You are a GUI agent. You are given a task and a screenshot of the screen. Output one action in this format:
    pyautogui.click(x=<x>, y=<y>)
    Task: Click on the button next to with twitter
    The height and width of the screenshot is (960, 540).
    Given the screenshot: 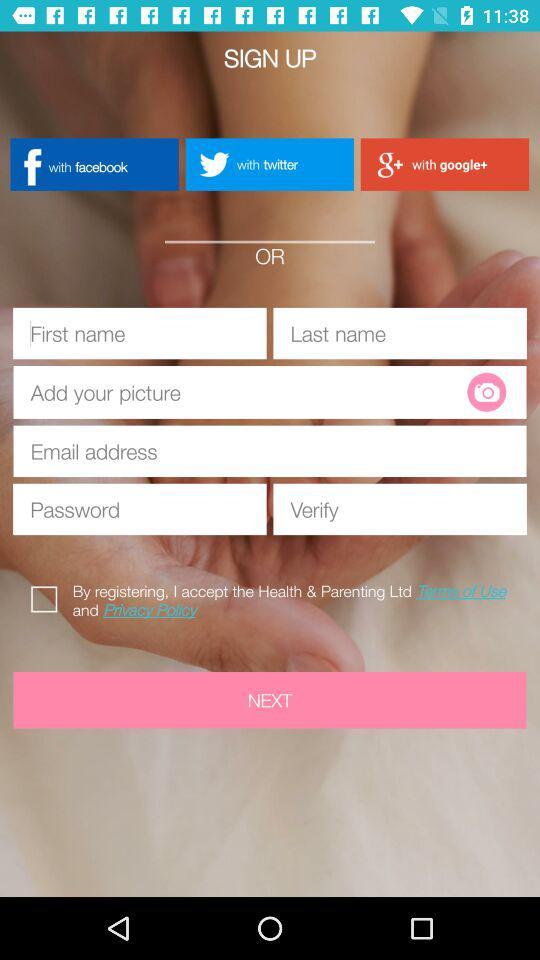 What is the action you would take?
    pyautogui.click(x=444, y=163)
    